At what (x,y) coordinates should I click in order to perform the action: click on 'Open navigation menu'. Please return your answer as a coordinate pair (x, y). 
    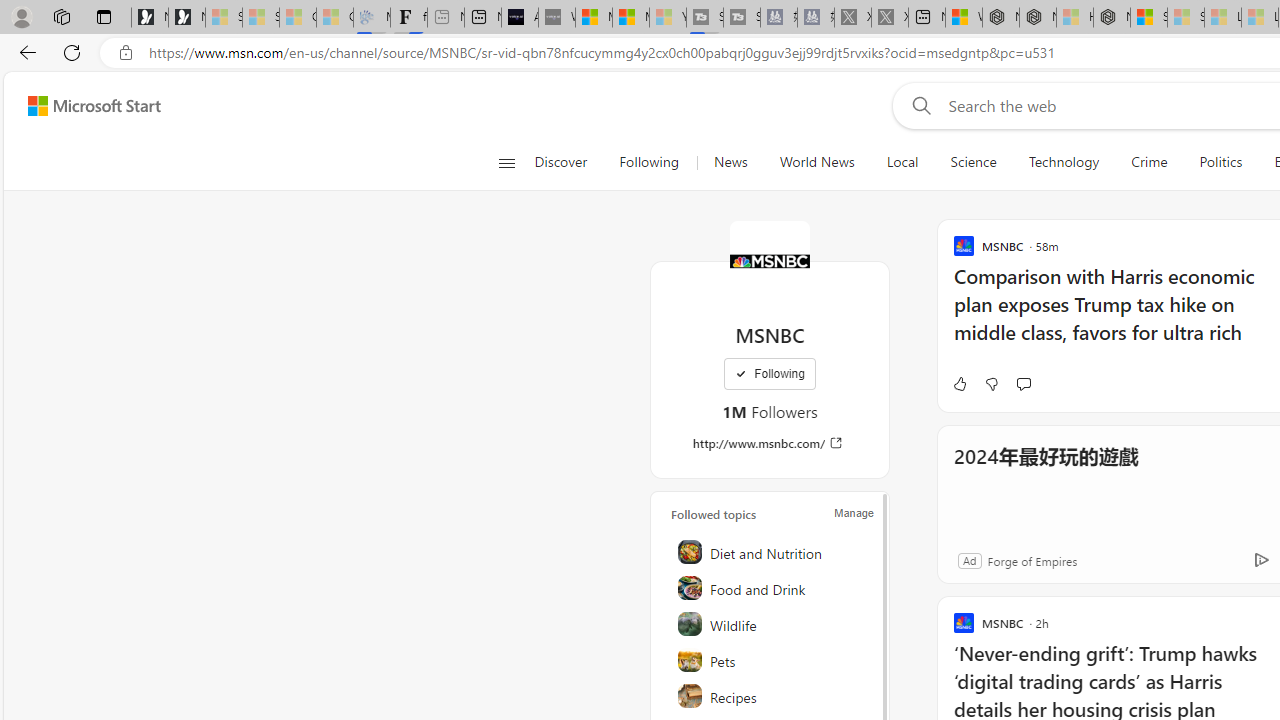
    Looking at the image, I should click on (506, 162).